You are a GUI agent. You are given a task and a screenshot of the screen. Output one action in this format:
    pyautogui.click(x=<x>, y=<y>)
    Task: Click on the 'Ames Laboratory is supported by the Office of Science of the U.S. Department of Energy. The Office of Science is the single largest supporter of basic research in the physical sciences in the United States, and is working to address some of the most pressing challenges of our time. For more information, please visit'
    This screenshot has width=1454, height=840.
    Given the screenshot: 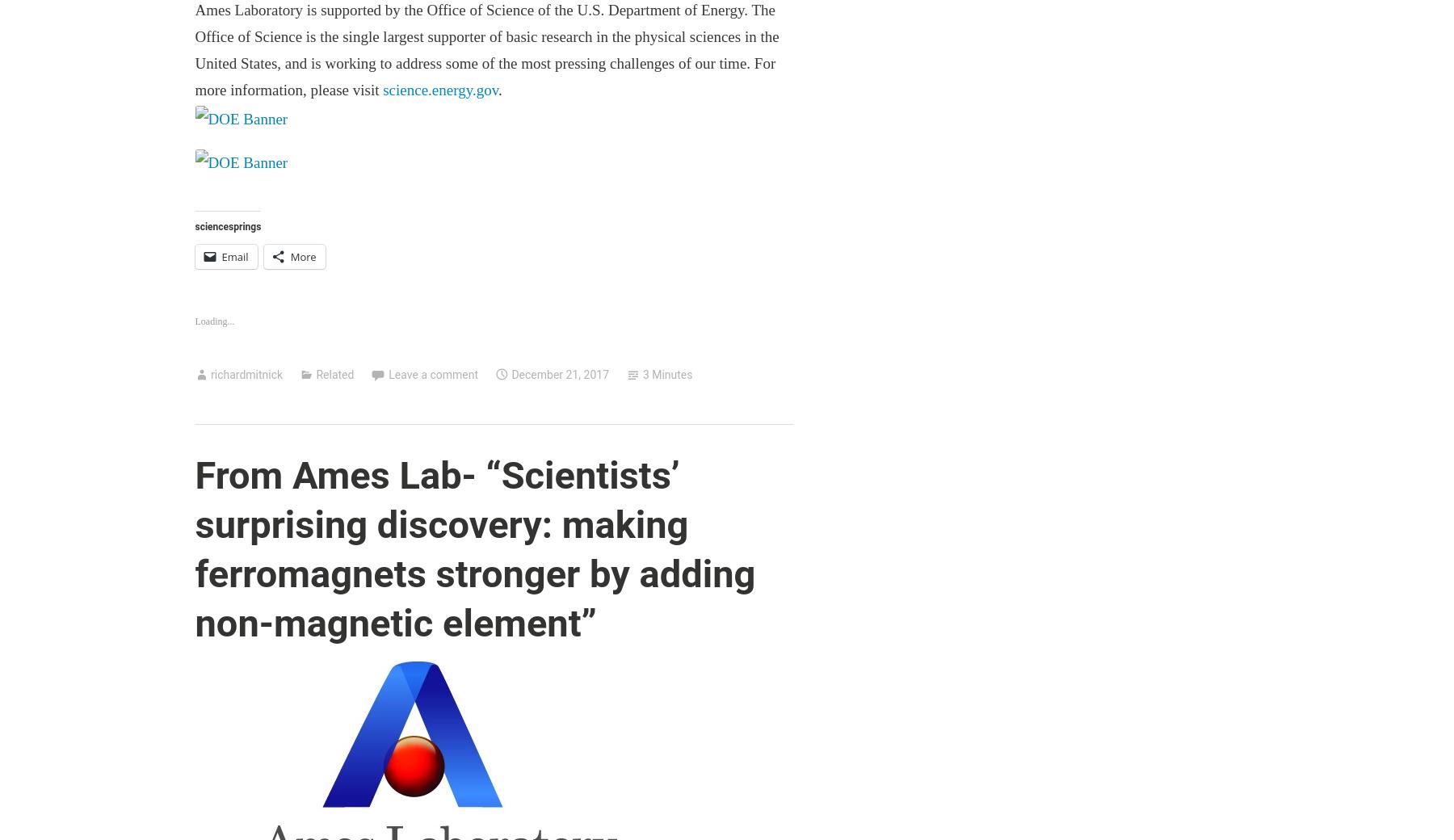 What is the action you would take?
    pyautogui.click(x=486, y=48)
    